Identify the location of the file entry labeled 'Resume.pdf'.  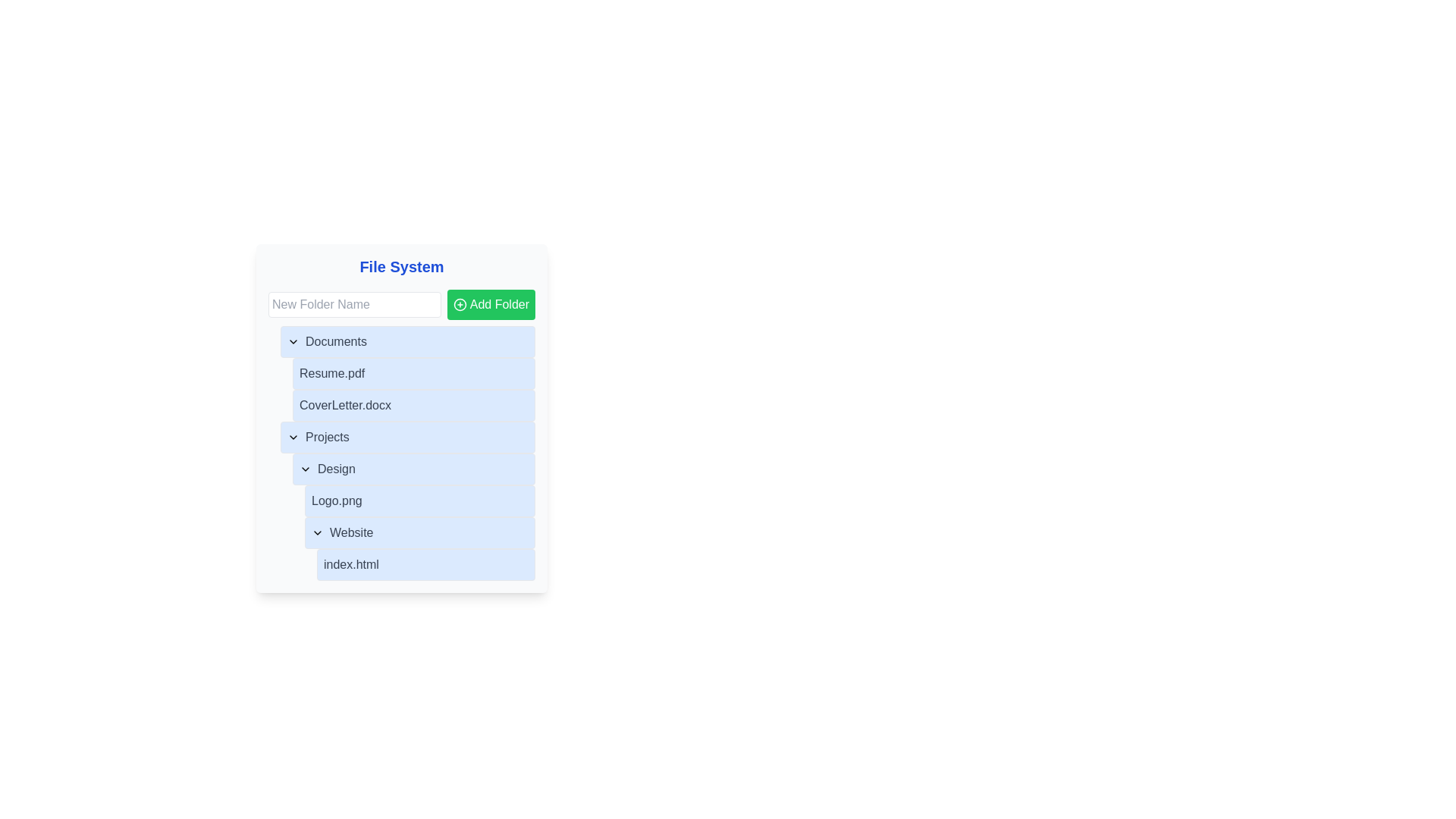
(414, 374).